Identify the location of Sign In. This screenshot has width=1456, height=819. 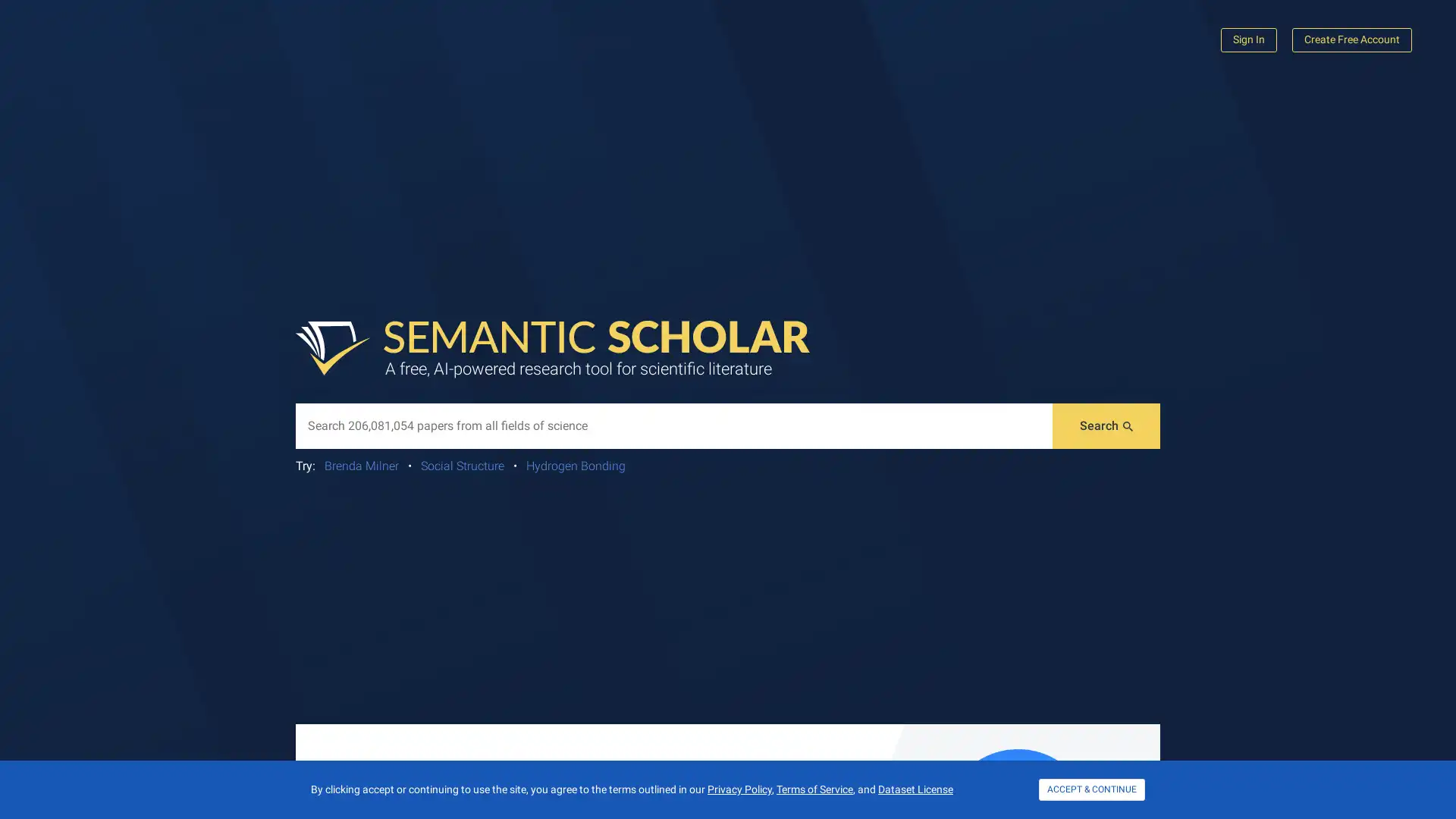
(1248, 39).